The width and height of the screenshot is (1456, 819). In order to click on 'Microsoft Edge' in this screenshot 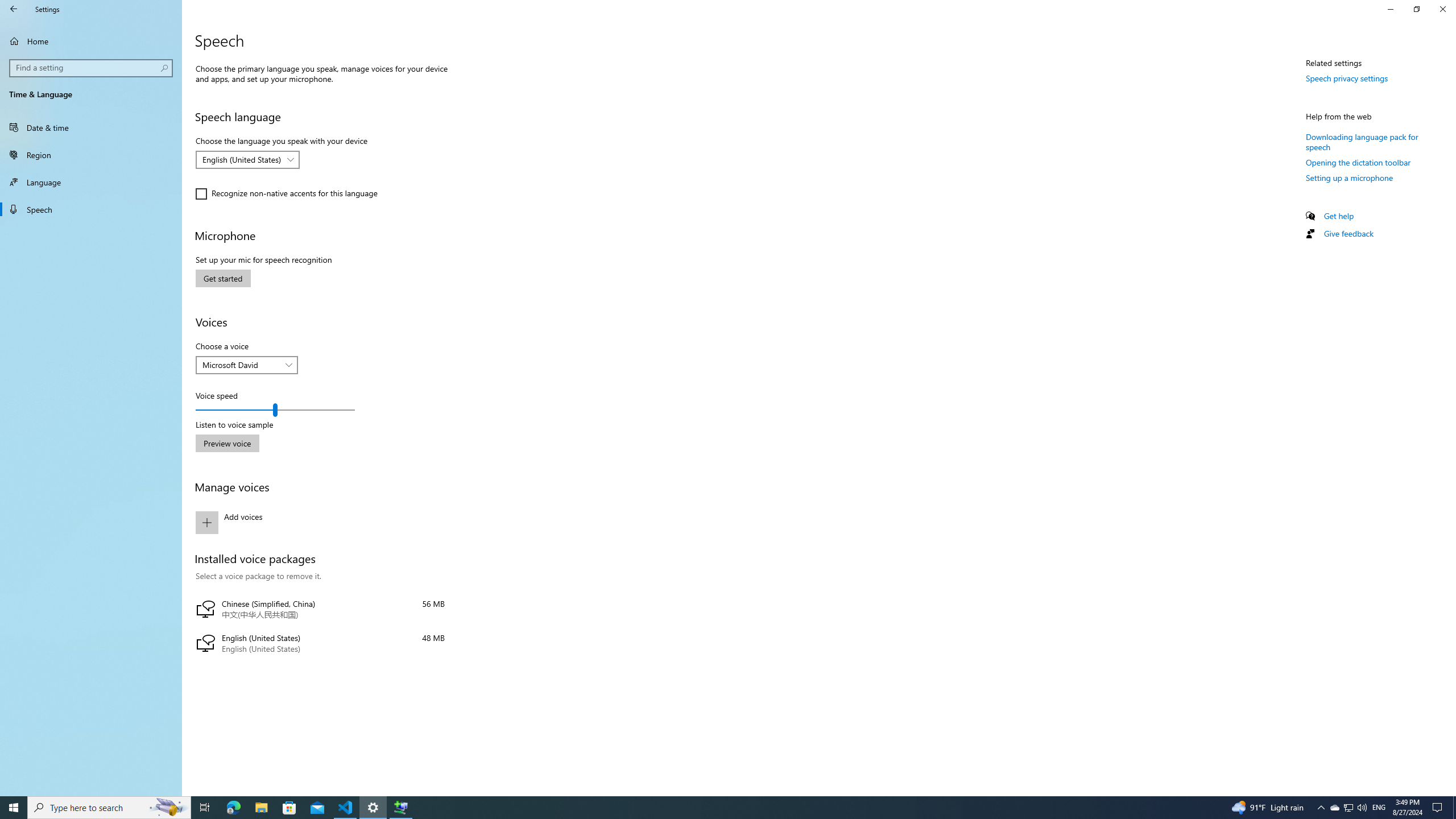, I will do `click(233, 806)`.